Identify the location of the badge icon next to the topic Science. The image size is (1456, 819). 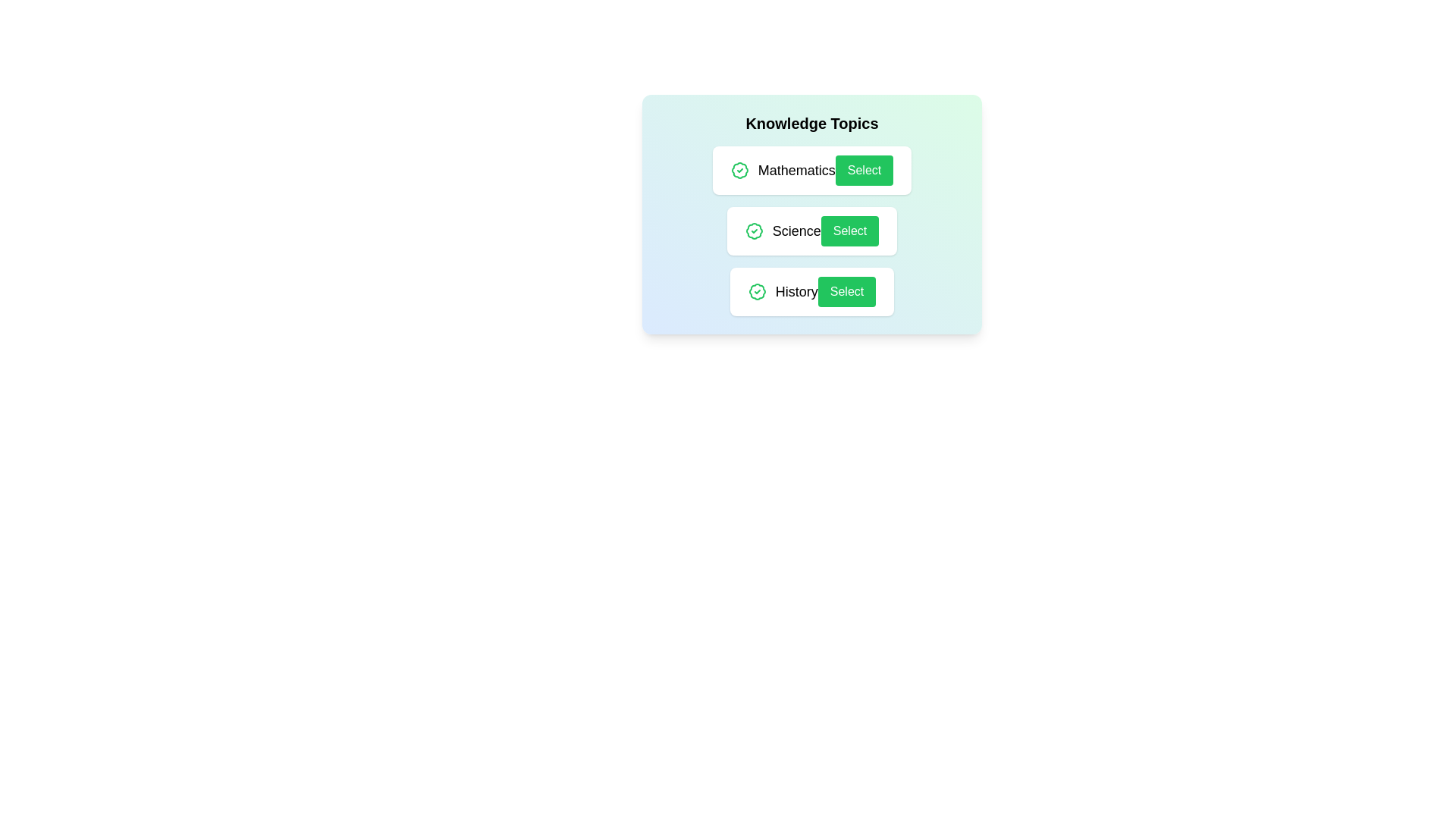
(754, 231).